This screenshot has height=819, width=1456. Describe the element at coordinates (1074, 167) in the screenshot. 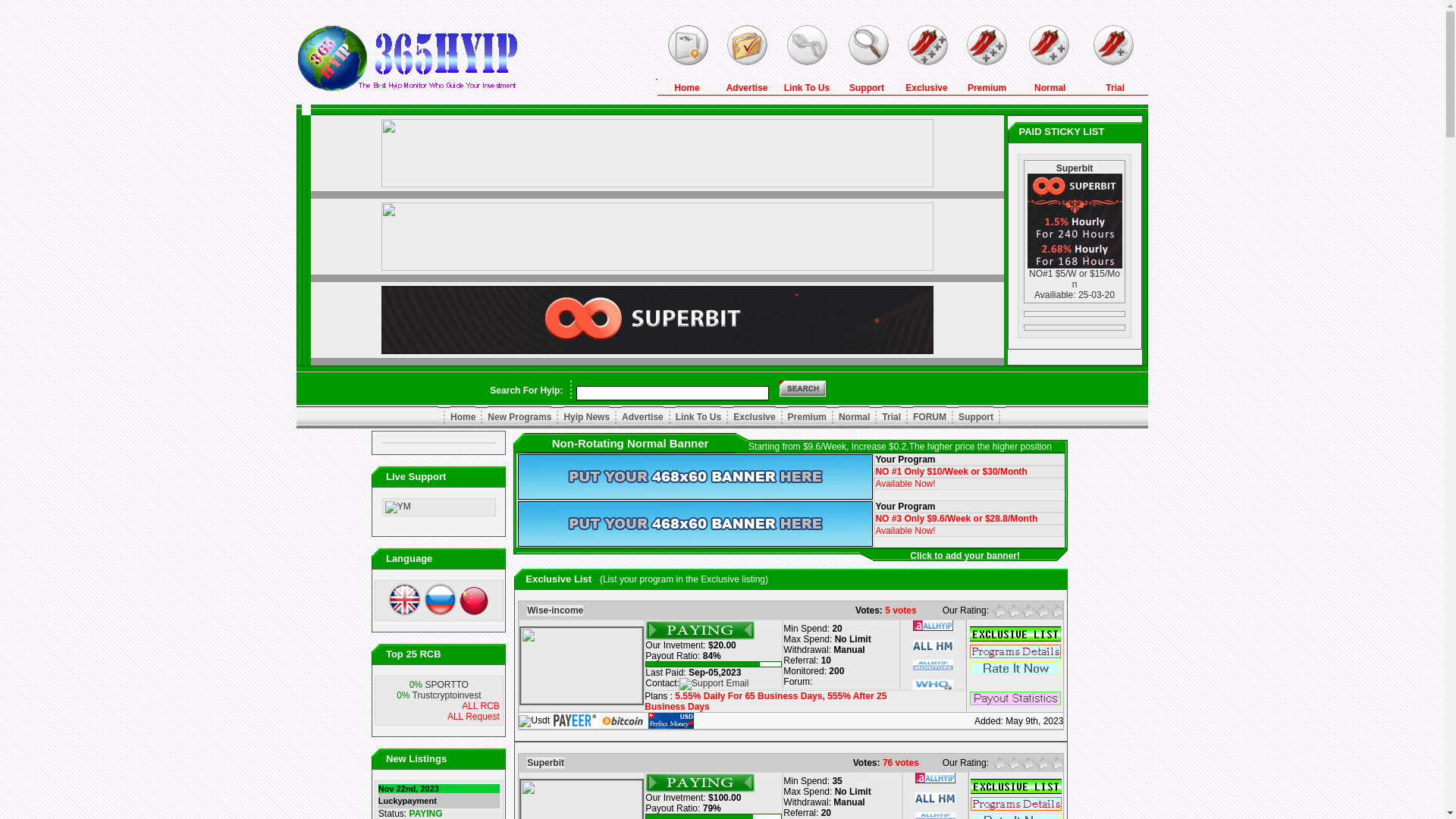

I see `'Superbit'` at that location.